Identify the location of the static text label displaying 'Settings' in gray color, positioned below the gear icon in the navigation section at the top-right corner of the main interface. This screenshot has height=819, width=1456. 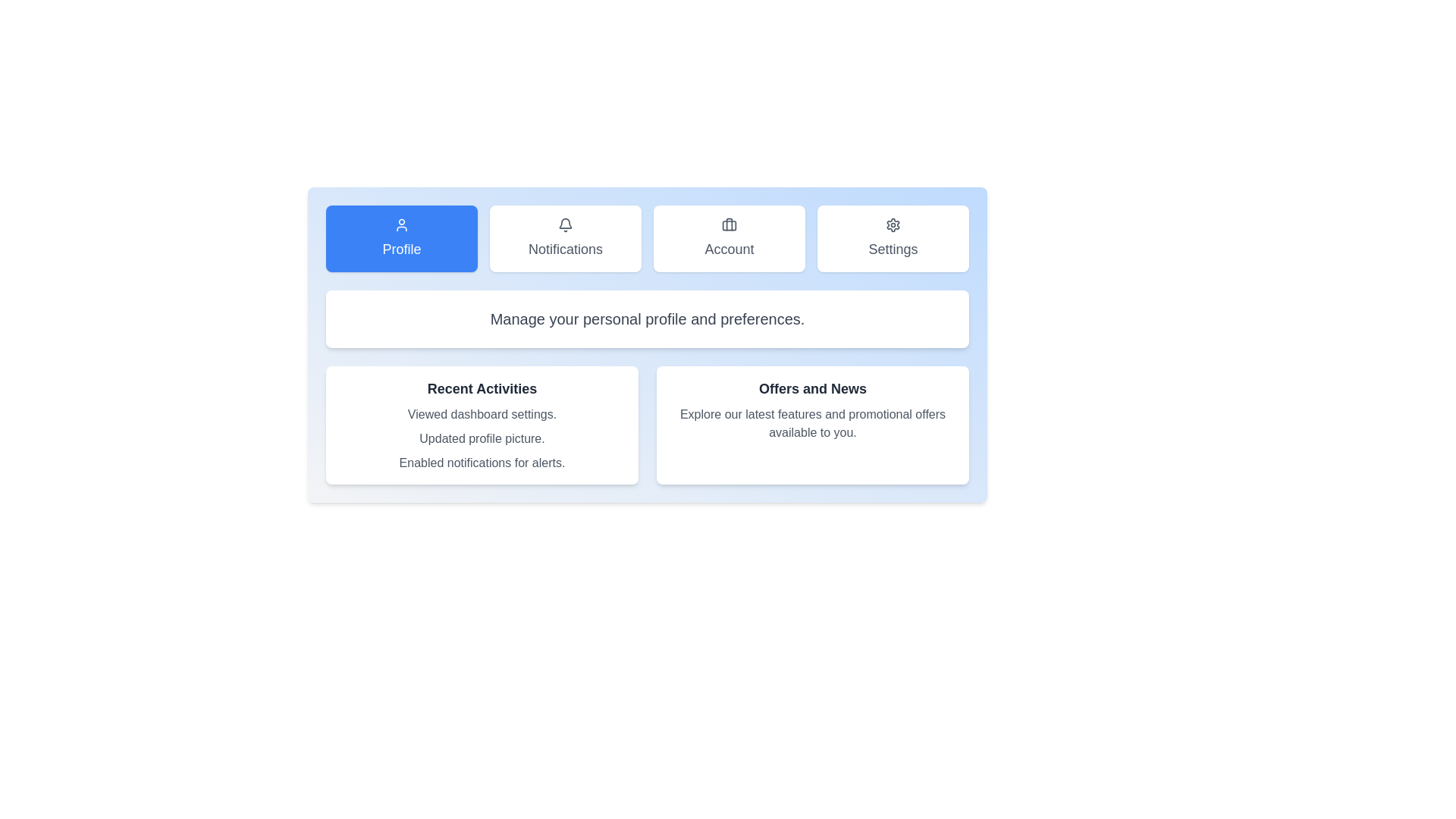
(893, 248).